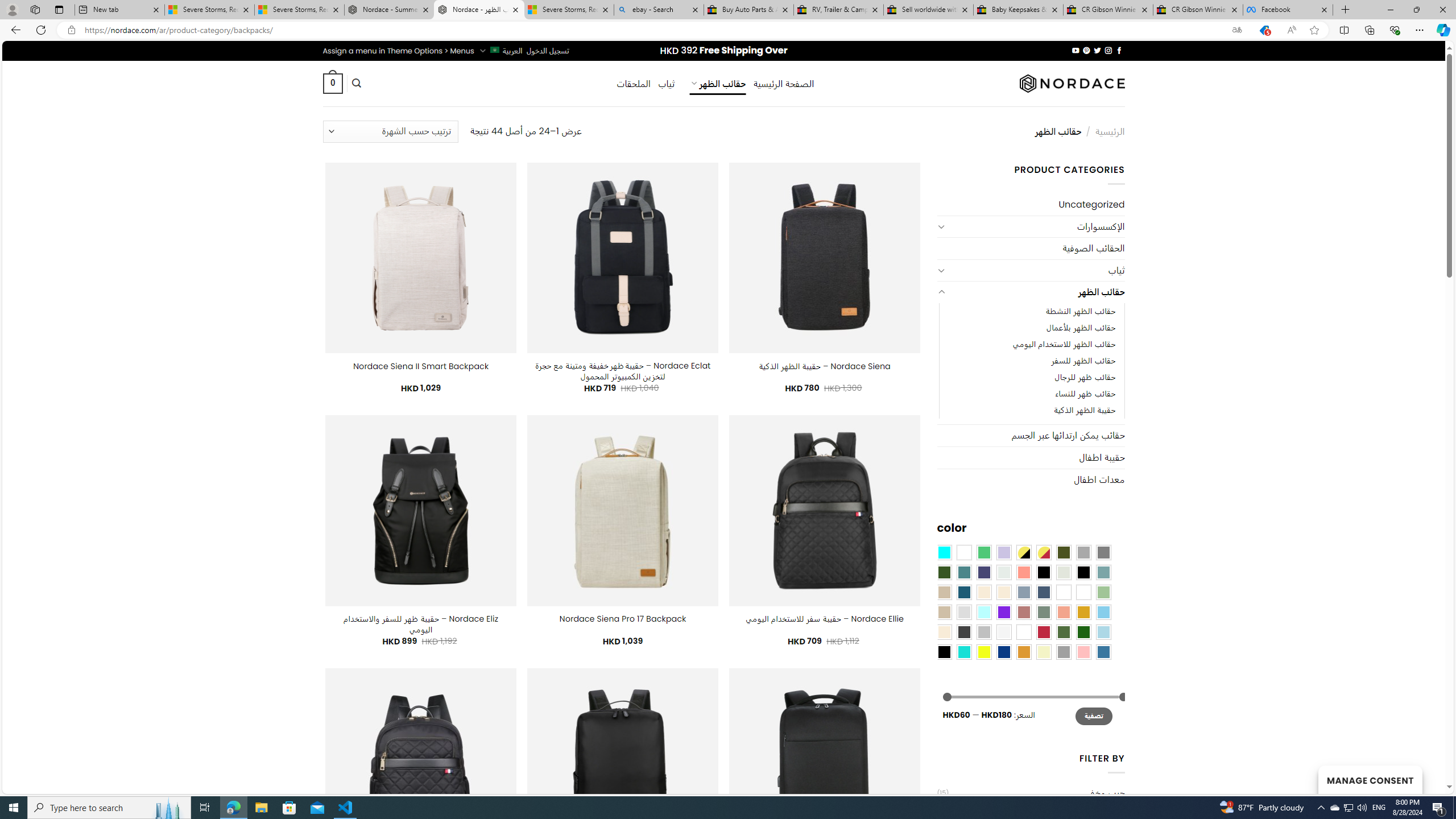 Image resolution: width=1456 pixels, height=819 pixels. What do you see at coordinates (944, 572) in the screenshot?
I see `'Forest'` at bounding box center [944, 572].